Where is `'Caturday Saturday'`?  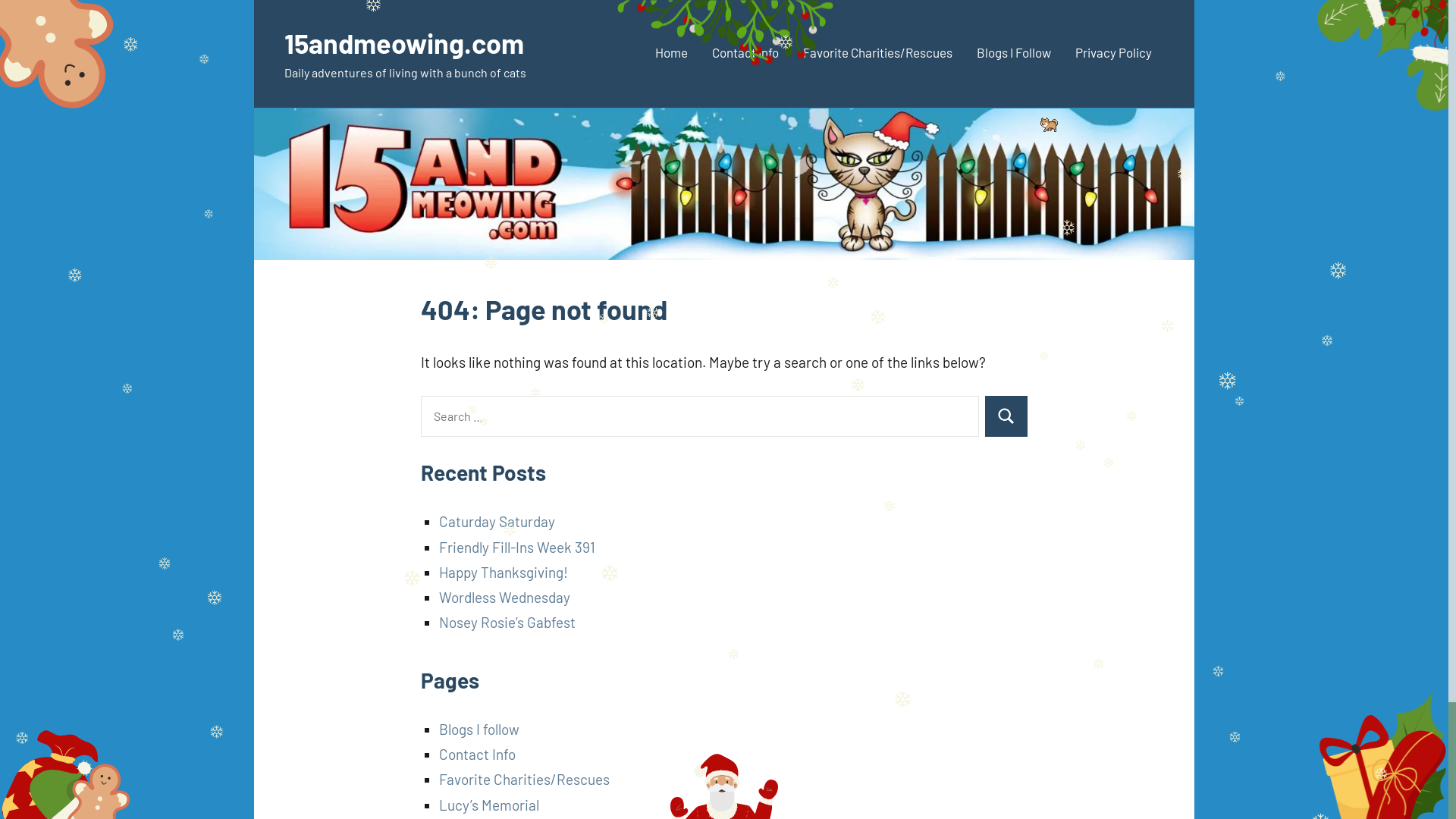 'Caturday Saturday' is located at coordinates (497, 520).